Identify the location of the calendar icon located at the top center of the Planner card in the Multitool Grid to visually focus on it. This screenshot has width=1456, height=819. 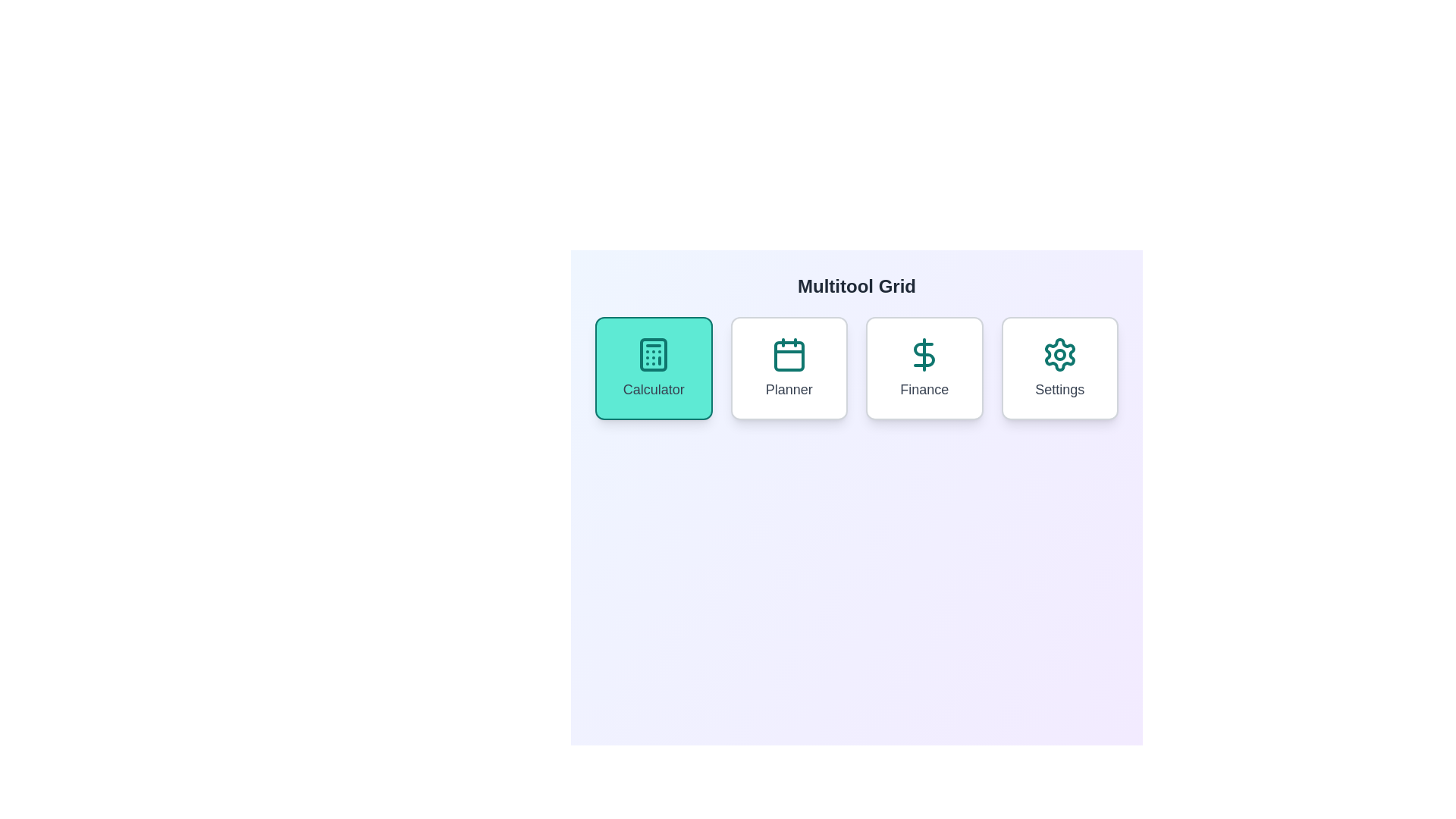
(789, 354).